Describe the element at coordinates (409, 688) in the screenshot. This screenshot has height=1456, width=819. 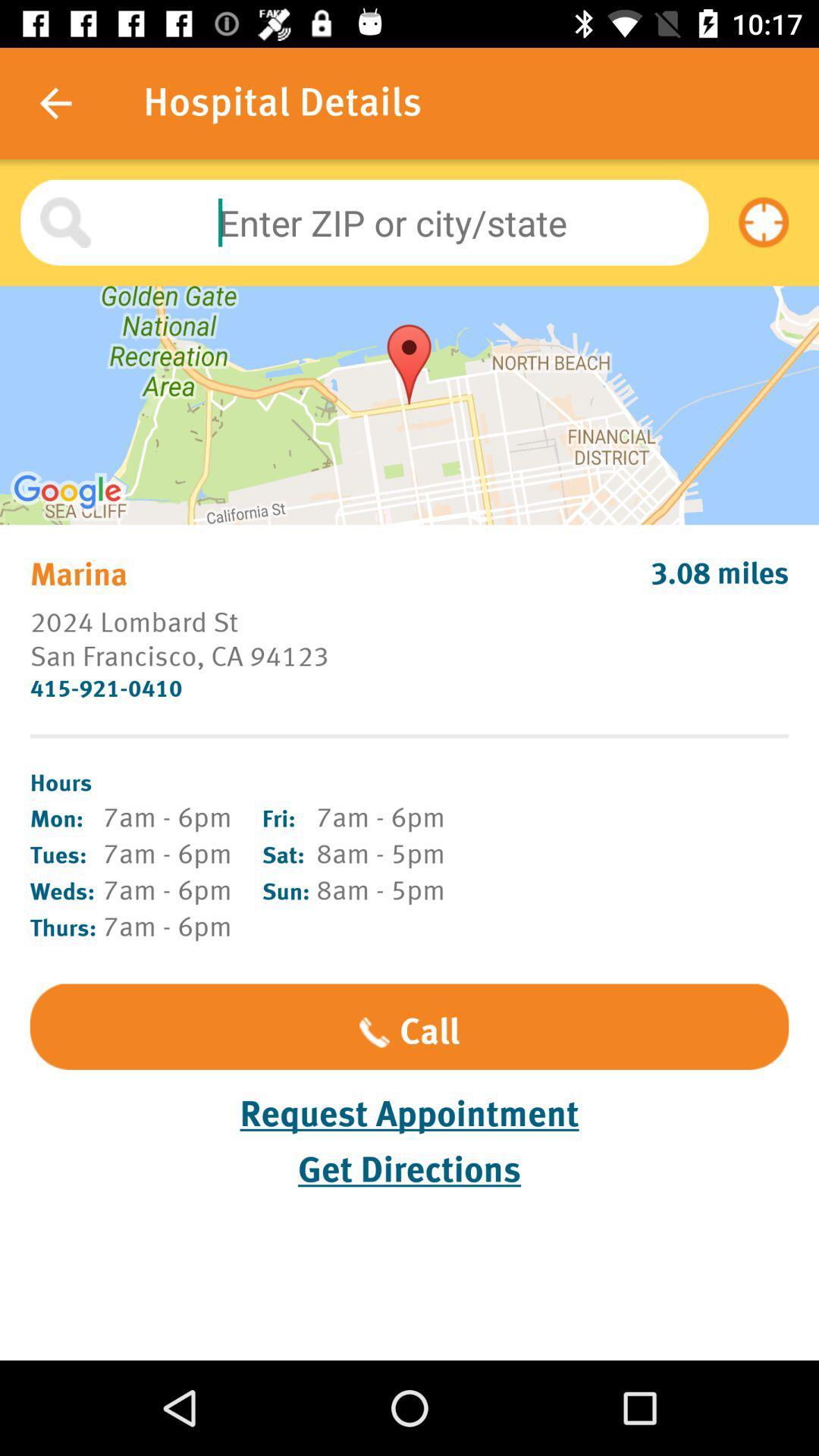
I see `the item below san francisco ca` at that location.